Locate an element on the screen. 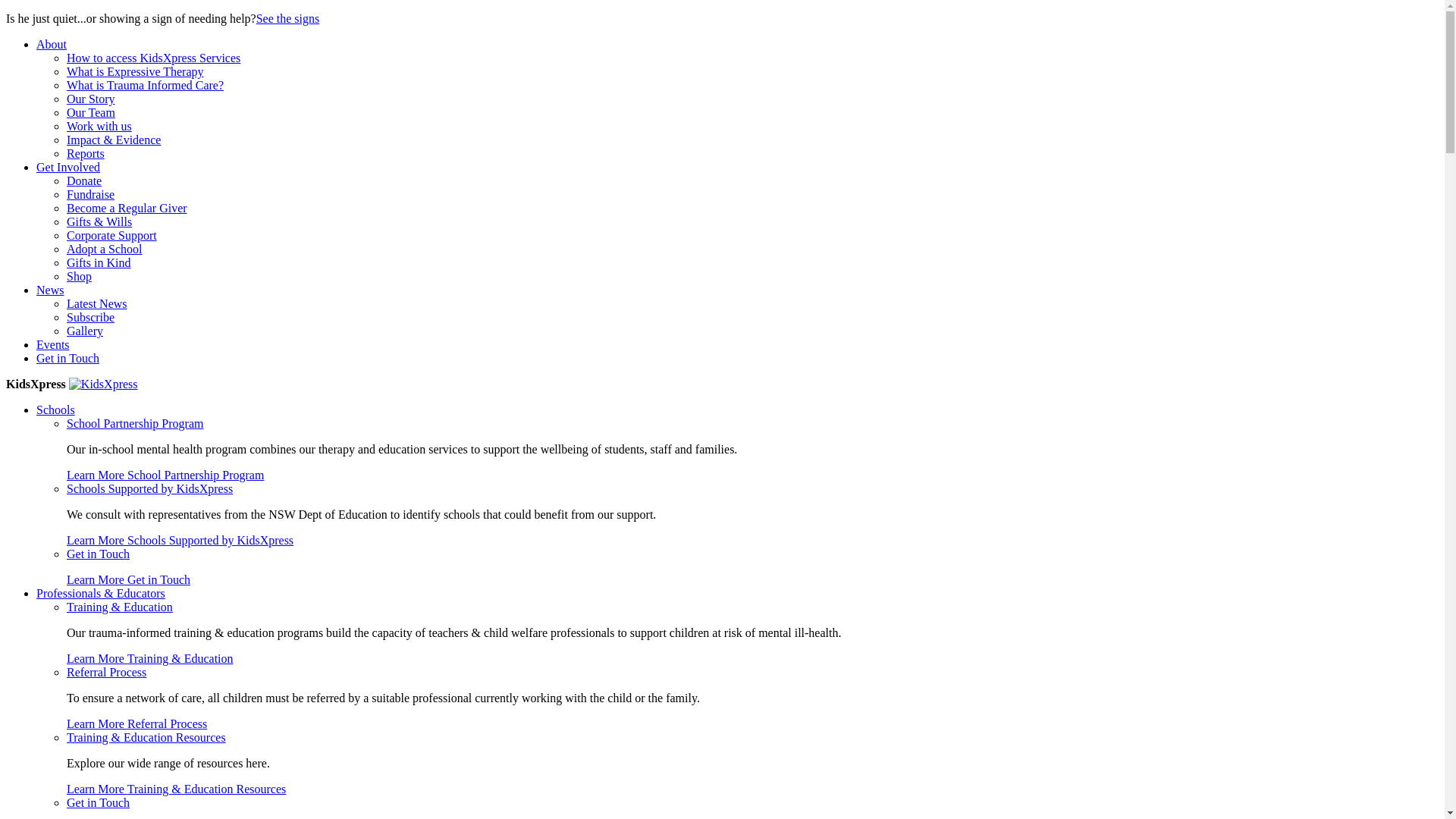  'Professionals & Educators' is located at coordinates (100, 592).